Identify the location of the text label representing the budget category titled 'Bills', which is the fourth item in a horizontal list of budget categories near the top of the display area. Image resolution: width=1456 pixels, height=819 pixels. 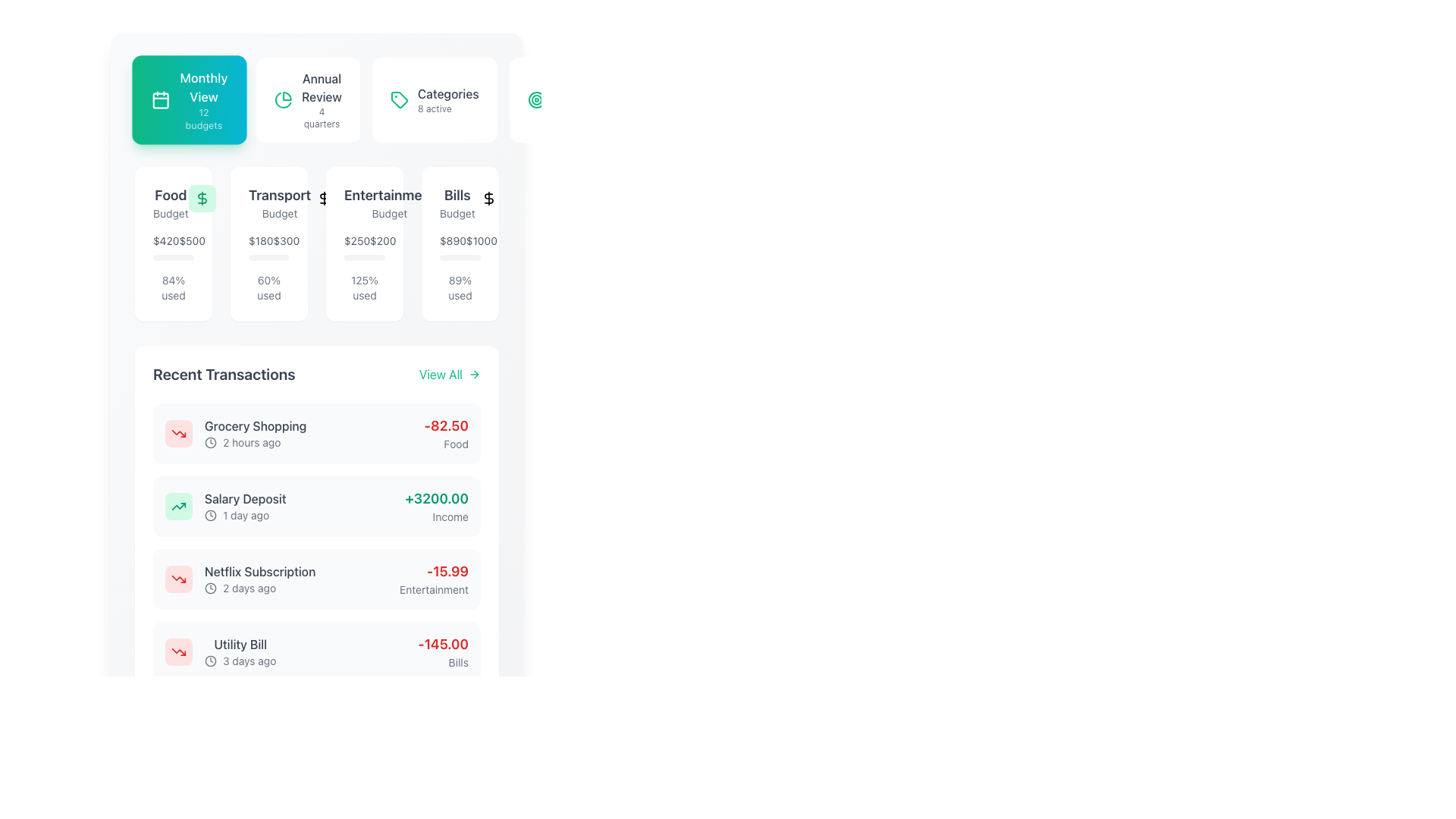
(457, 195).